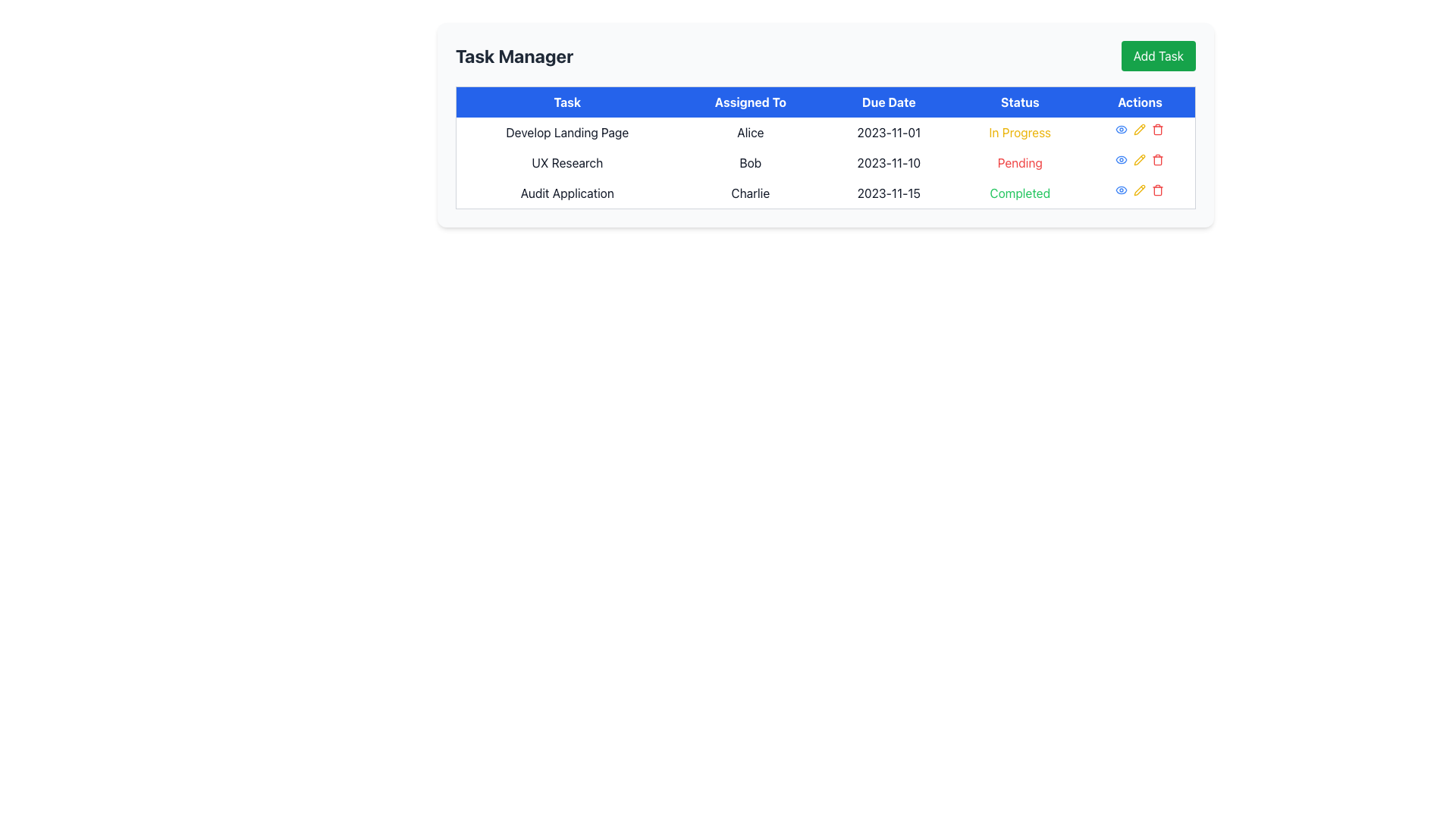 The height and width of the screenshot is (819, 1456). Describe the element at coordinates (1122, 128) in the screenshot. I see `the blue eye icon in the first row of the 'Actions' column of the task table` at that location.